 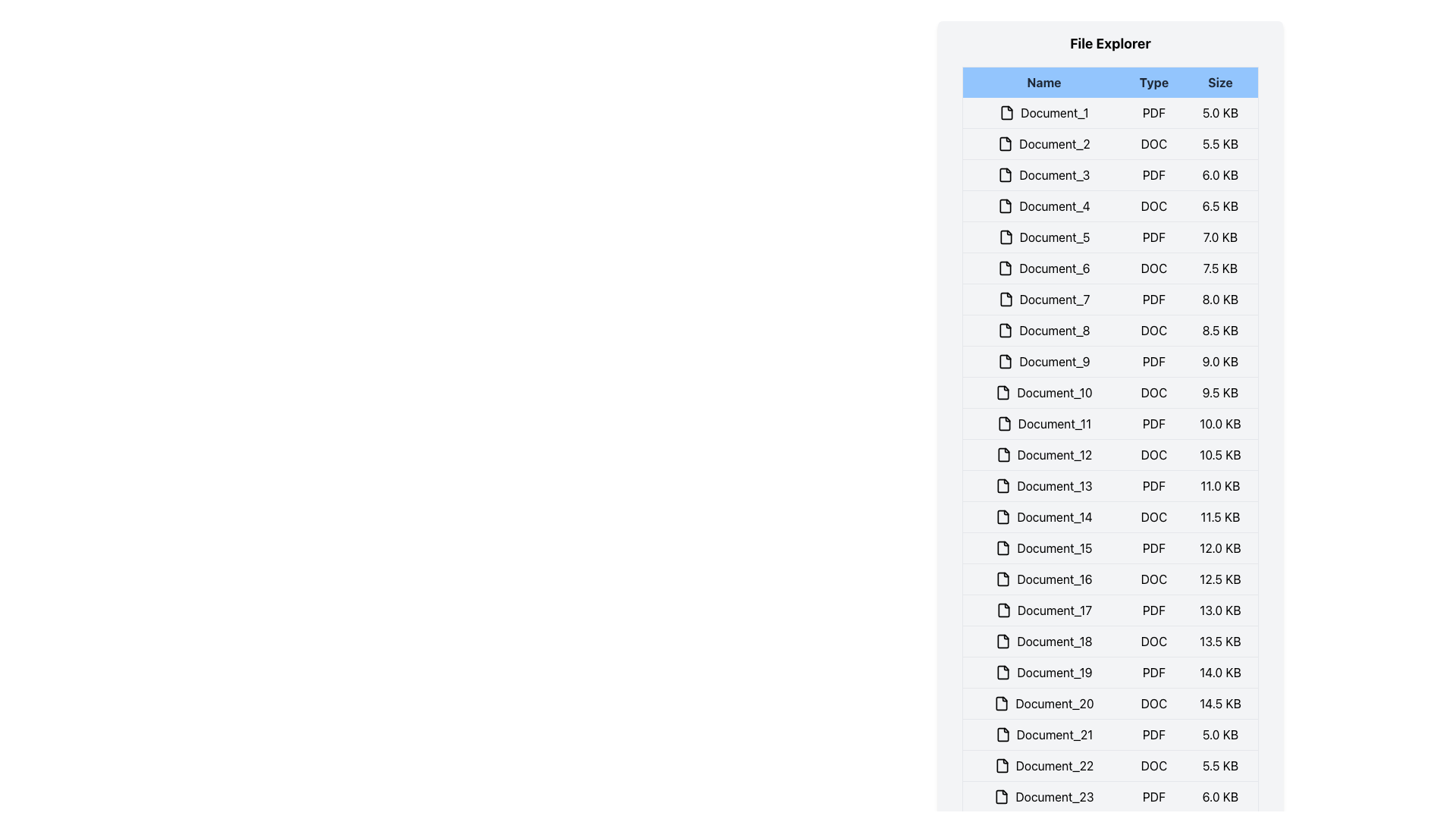 What do you see at coordinates (1153, 579) in the screenshot?
I see `the 'DOC' label, which is a text label in the 'Type' column of a file list, positioned between the file name 'Document_16' and size '12.5 KB'` at bounding box center [1153, 579].